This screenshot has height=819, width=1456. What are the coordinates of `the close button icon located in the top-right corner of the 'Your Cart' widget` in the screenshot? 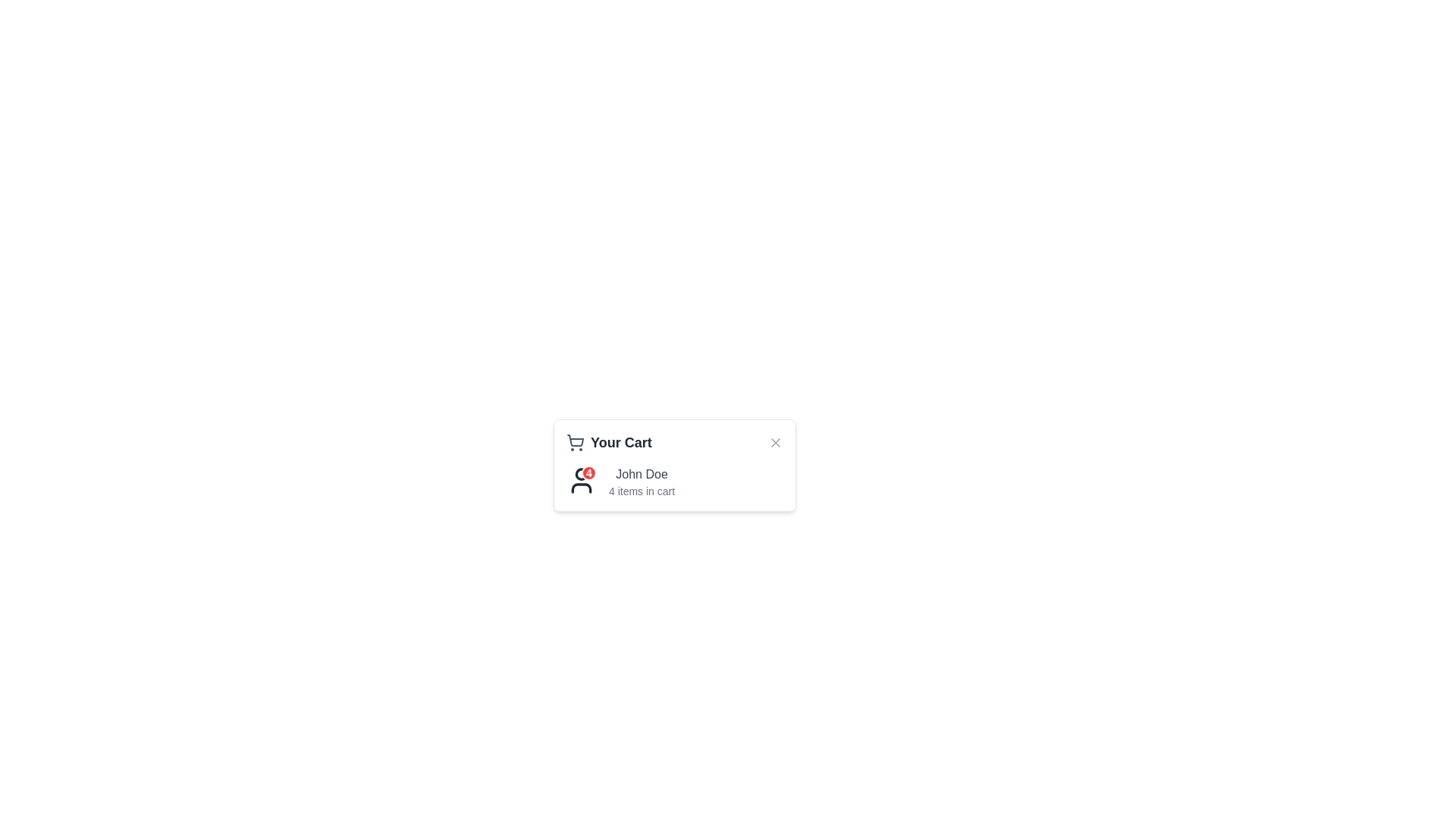 It's located at (775, 442).